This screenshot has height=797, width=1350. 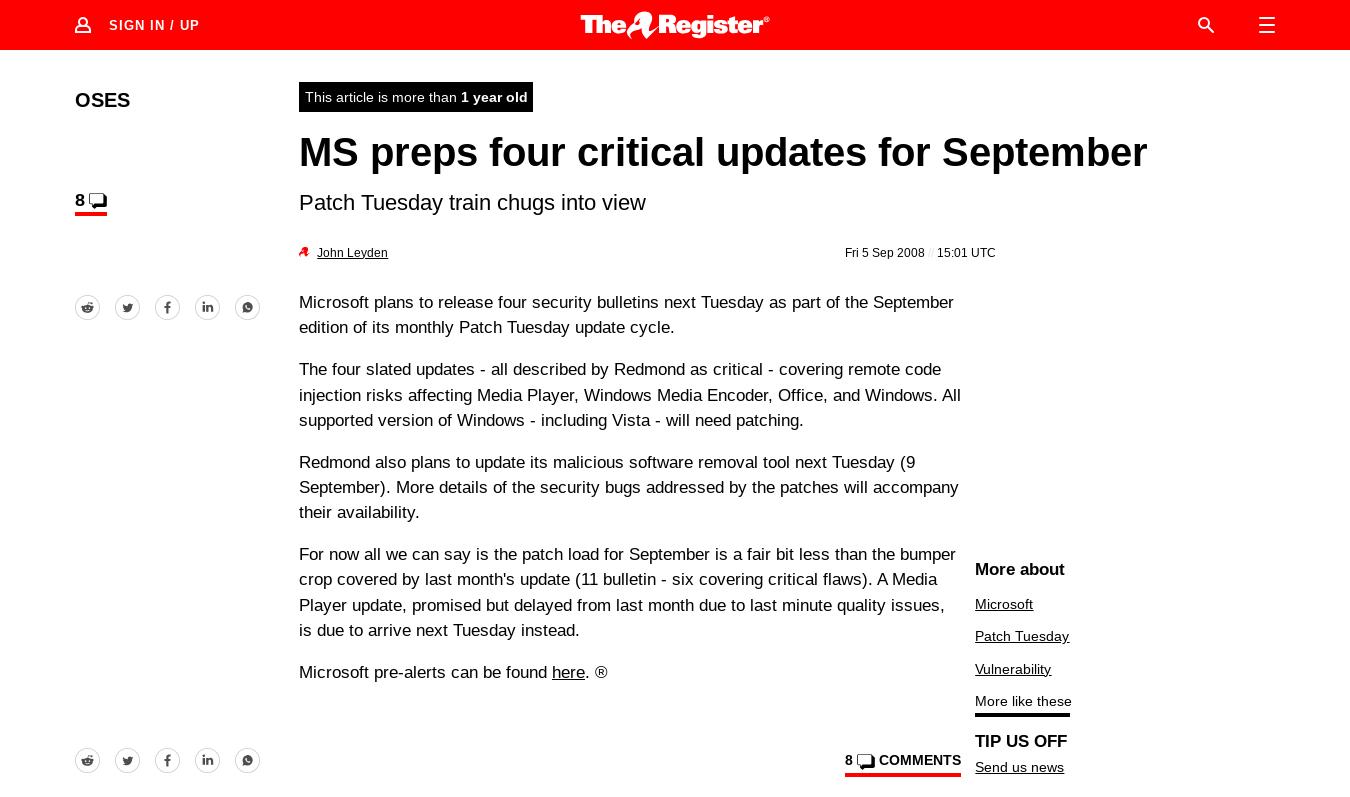 I want to click on 'OSes', so click(x=74, y=98).